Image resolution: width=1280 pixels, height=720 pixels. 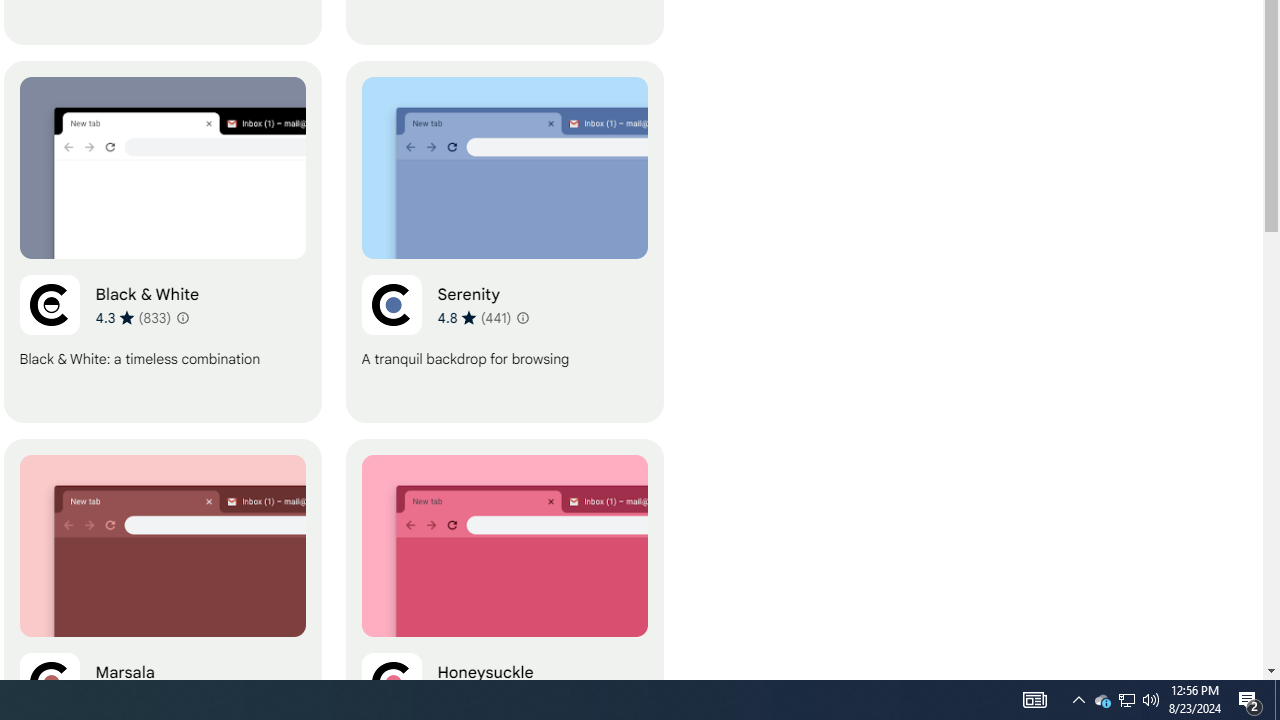 I want to click on 'Average rating 4.3 out of 5 stars. 833 ratings.', so click(x=132, y=316).